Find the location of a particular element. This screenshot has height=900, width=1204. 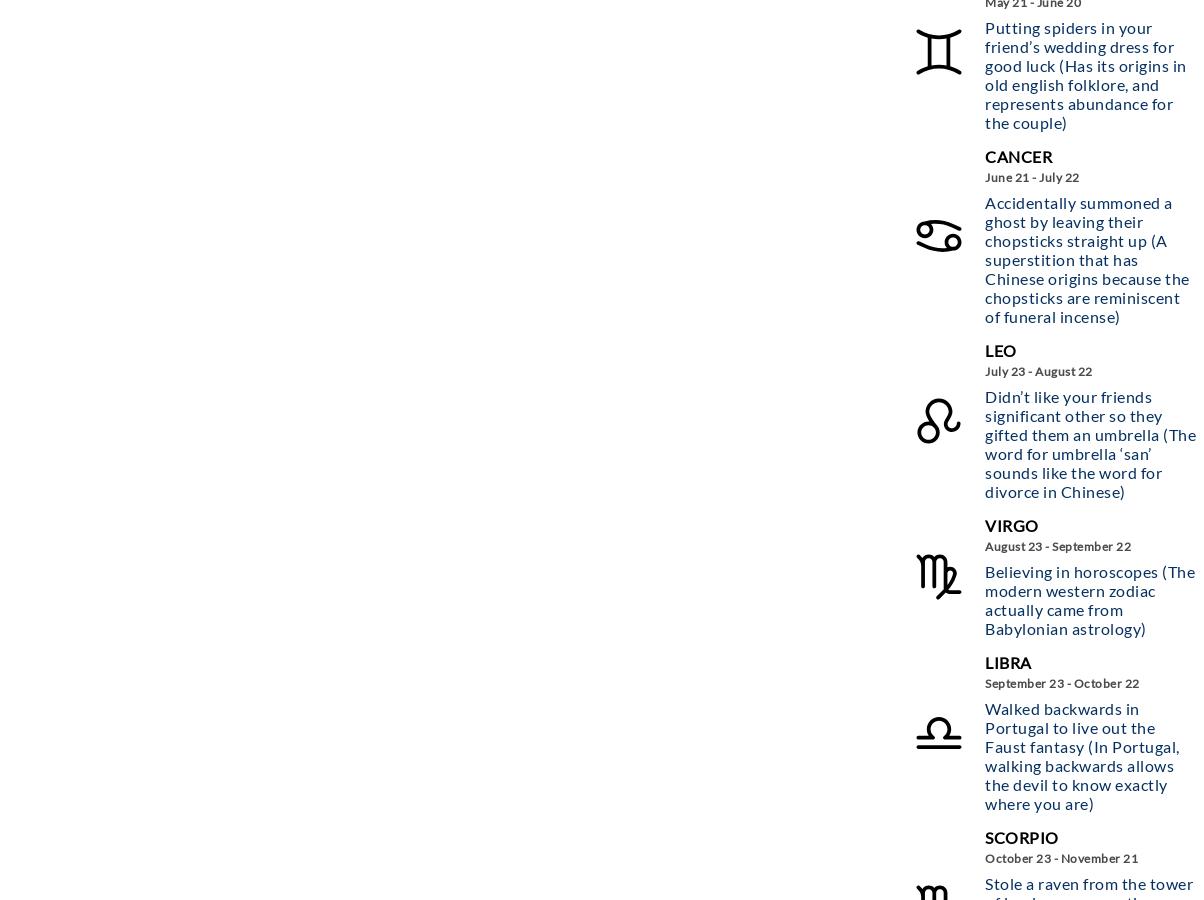

'October 23 - November 21' is located at coordinates (1061, 857).